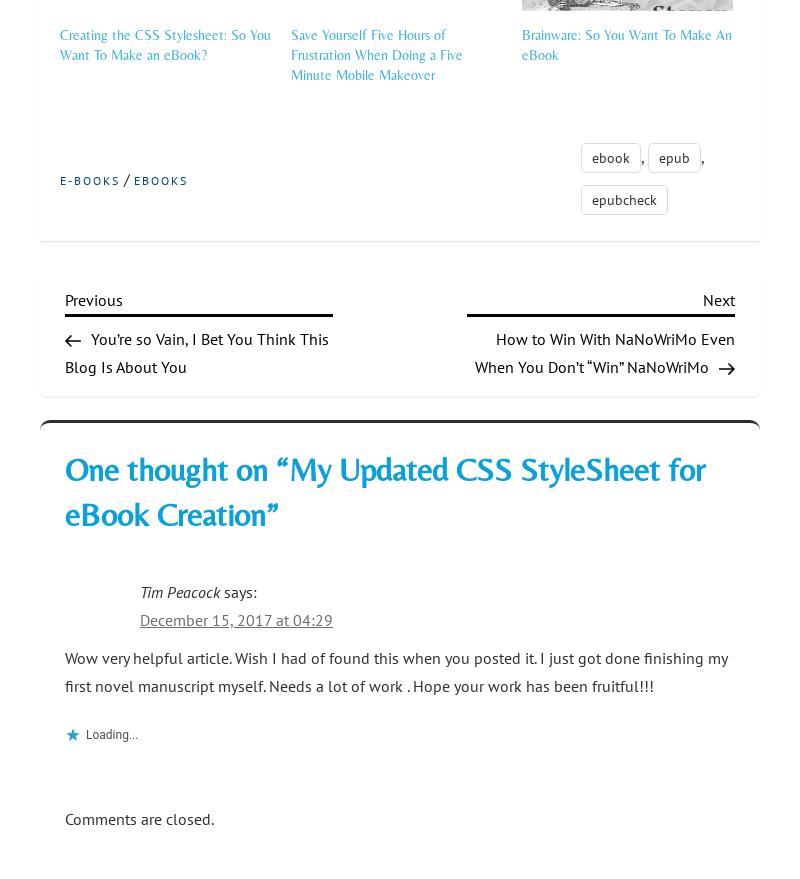  What do you see at coordinates (90, 179) in the screenshot?
I see `'e-books'` at bounding box center [90, 179].